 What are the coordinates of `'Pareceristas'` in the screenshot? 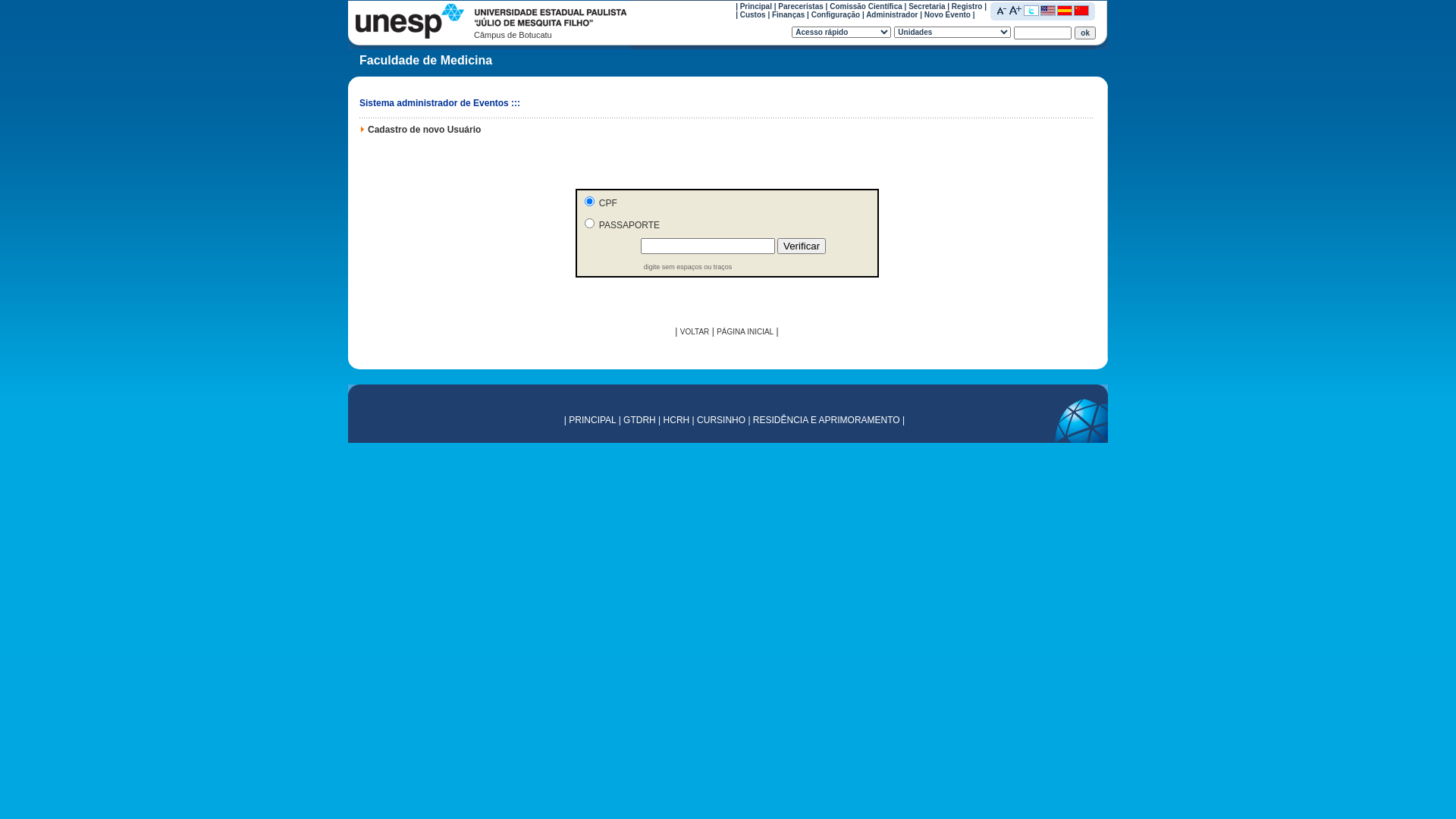 It's located at (800, 5).